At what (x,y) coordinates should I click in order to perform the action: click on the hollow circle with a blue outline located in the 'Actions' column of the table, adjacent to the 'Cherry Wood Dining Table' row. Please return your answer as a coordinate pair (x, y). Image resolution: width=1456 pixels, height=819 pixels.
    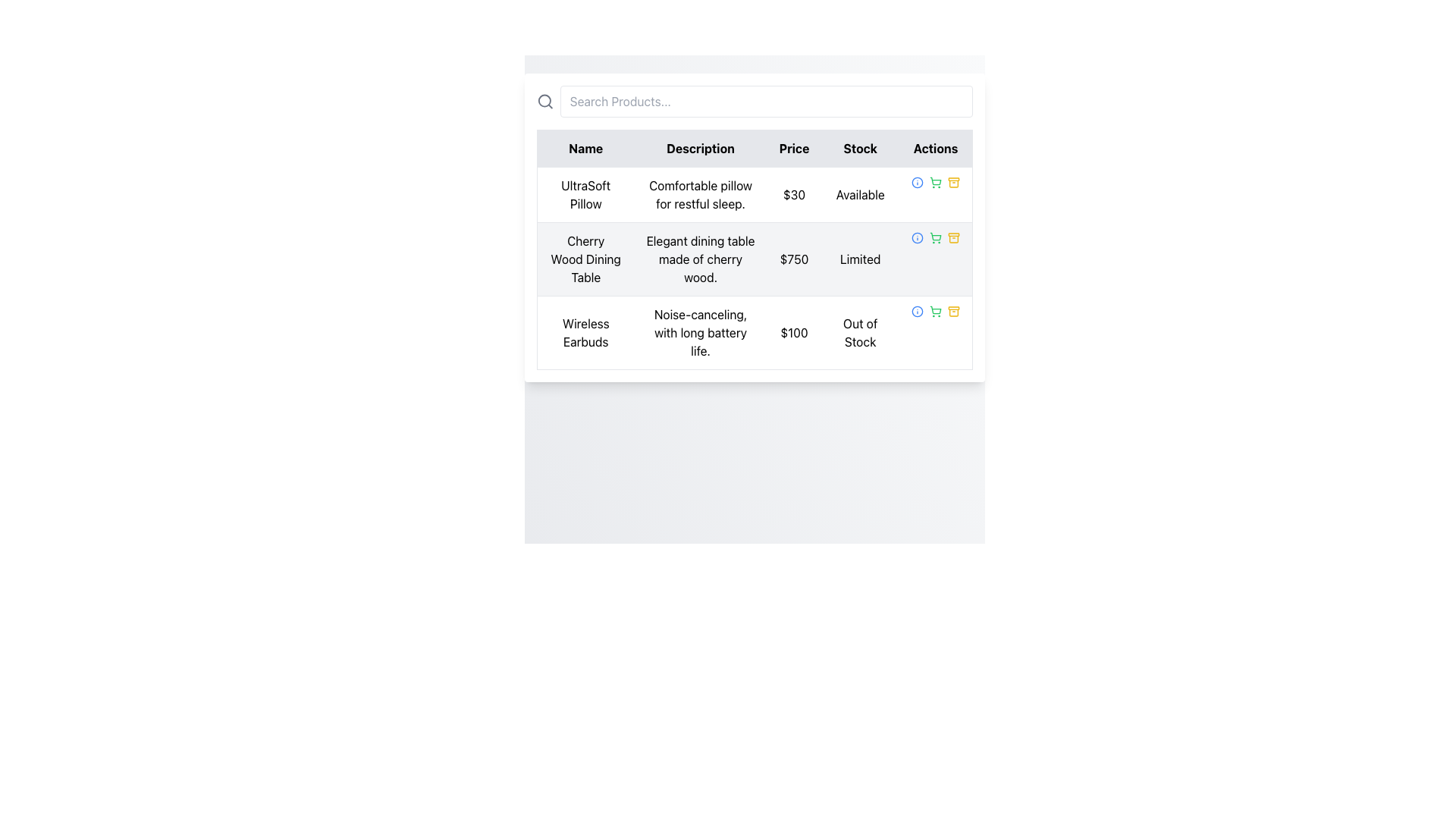
    Looking at the image, I should click on (916, 181).